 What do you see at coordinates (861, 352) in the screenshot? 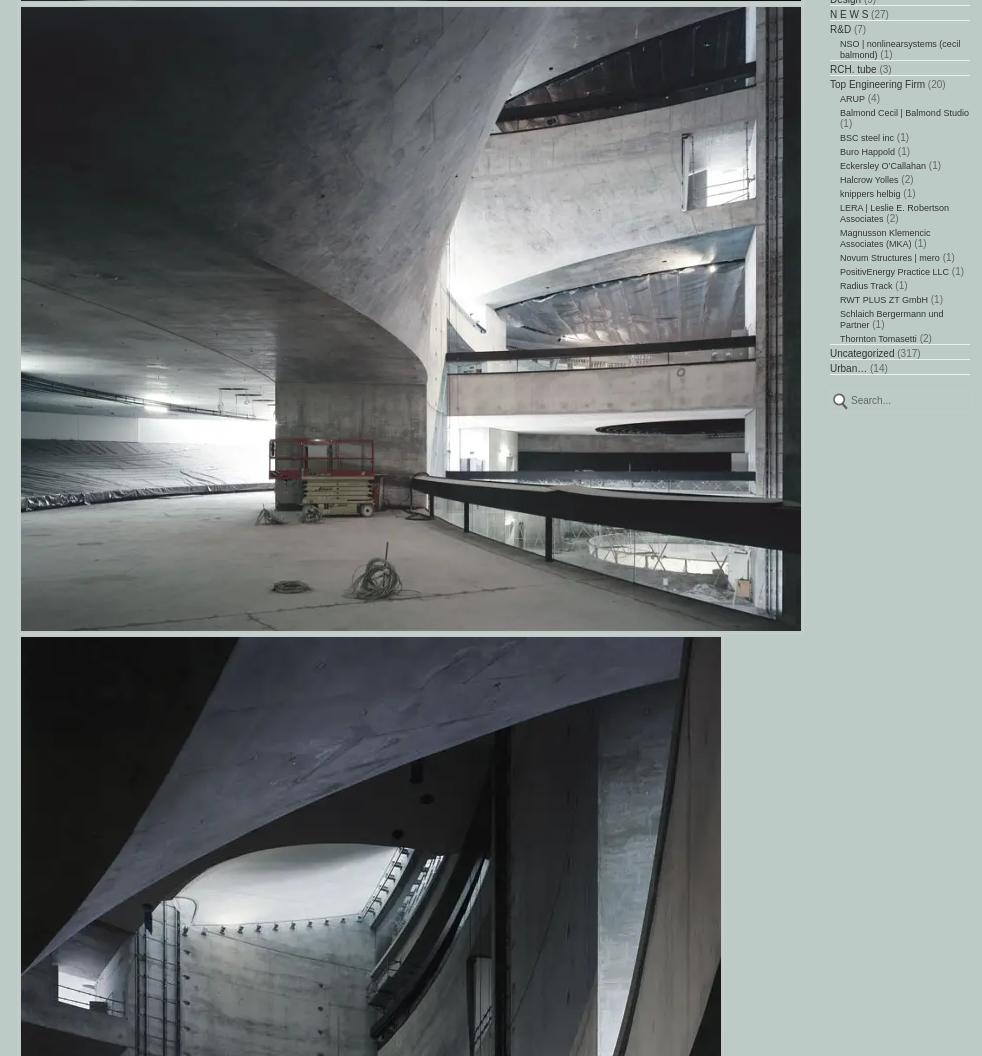
I see `'Uncategorized'` at bounding box center [861, 352].